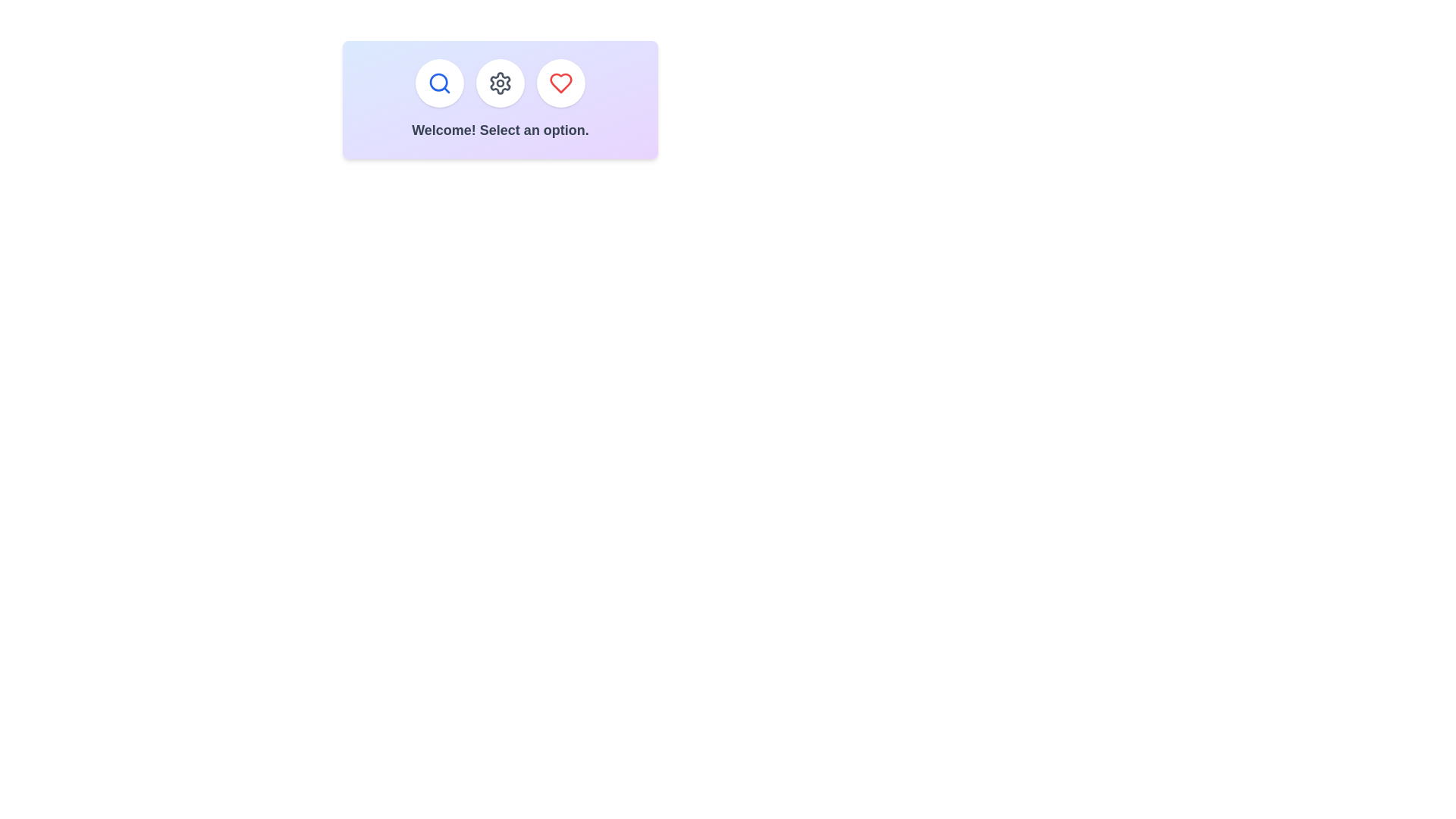  What do you see at coordinates (500, 83) in the screenshot?
I see `the circular button with a white background and a gear icon` at bounding box center [500, 83].